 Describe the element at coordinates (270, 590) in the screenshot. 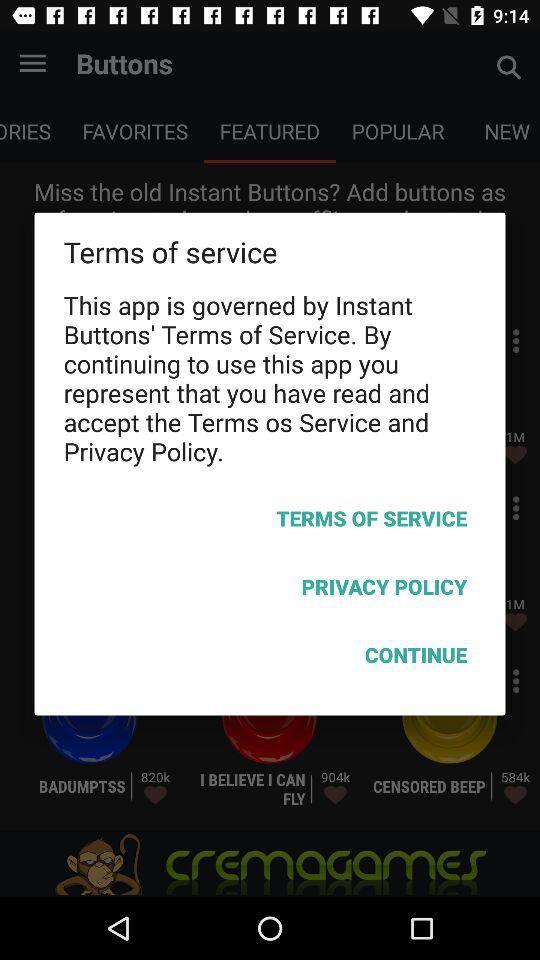

I see `icon below the terms of service` at that location.